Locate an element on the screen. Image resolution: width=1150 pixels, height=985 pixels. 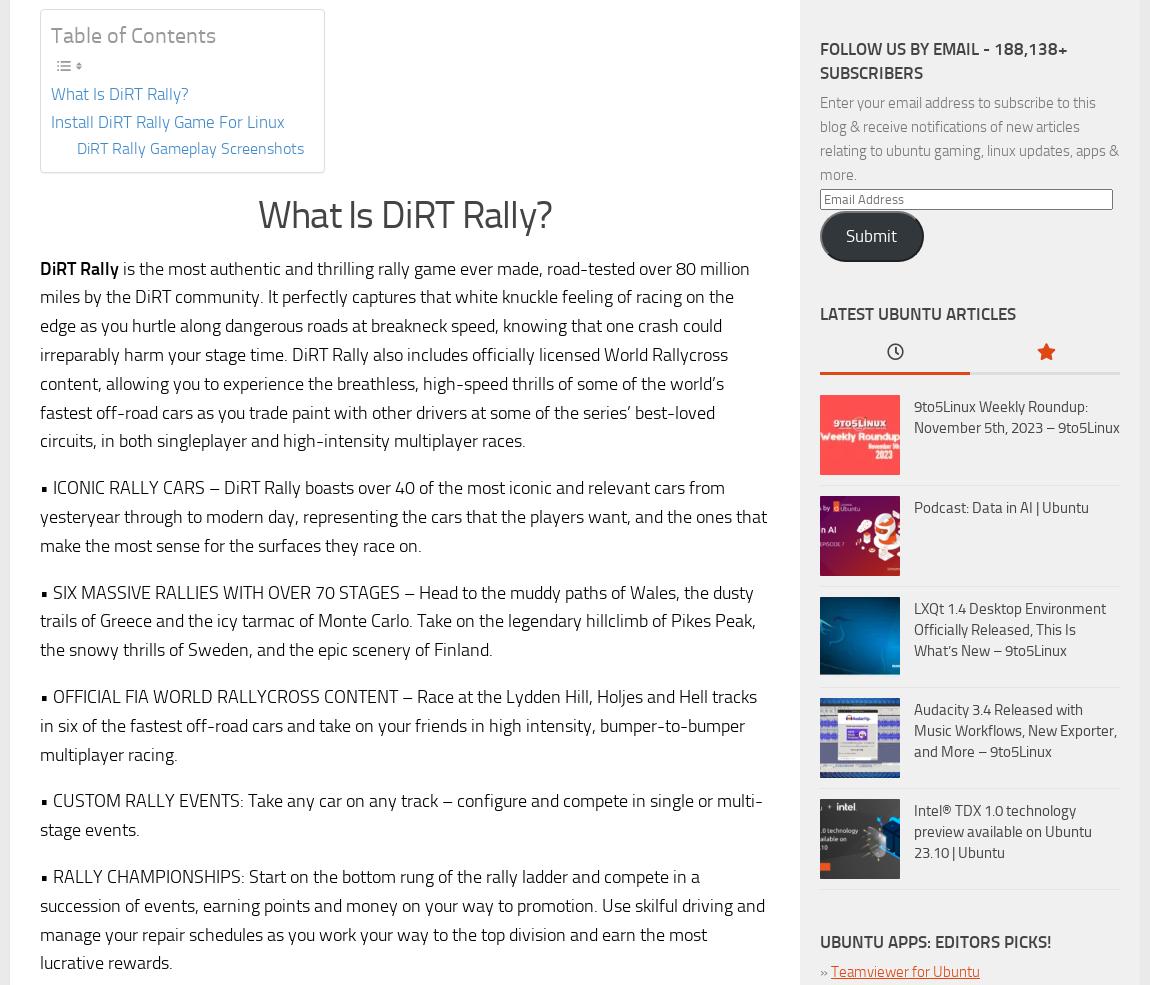
'LXQt 1.4 Desktop Environment Officially Released, This Is What’s New – 9to5Linux' is located at coordinates (914, 628).